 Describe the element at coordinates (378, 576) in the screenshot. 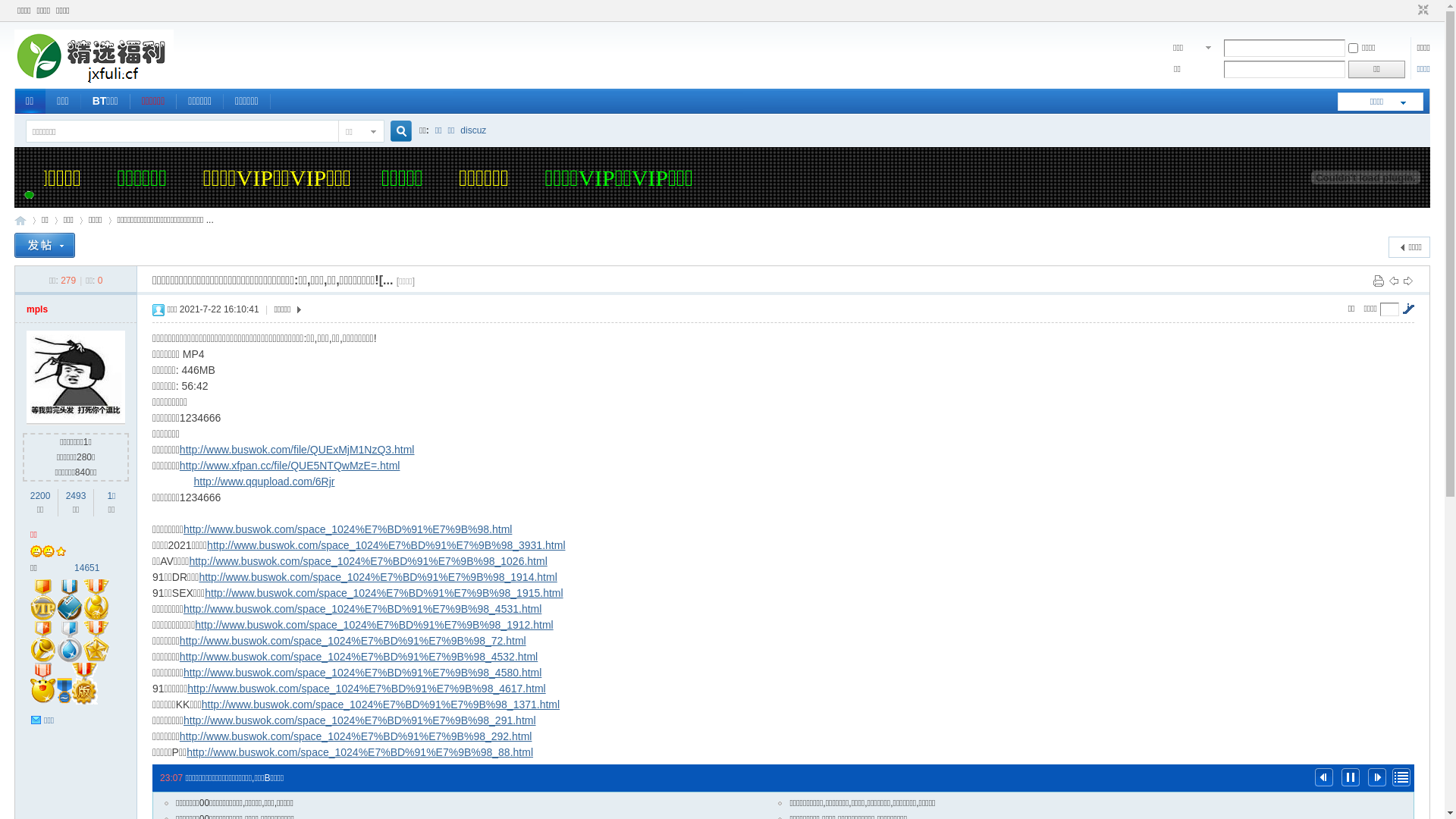

I see `'http://www.buswok.com/space_1024%E7%BD%91%E7%9B%98_1914.html'` at that location.